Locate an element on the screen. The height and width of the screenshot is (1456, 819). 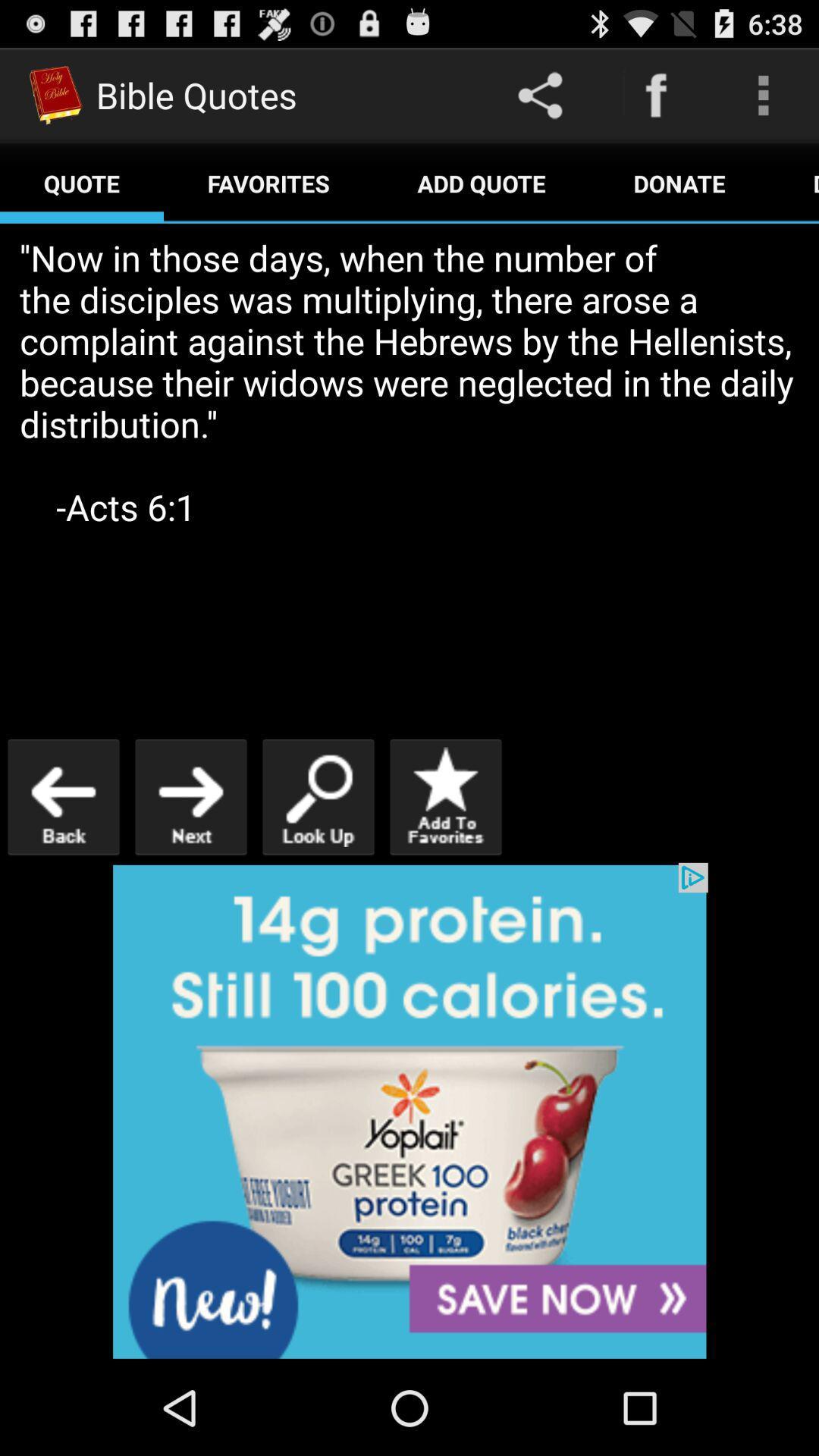
go back is located at coordinates (63, 796).